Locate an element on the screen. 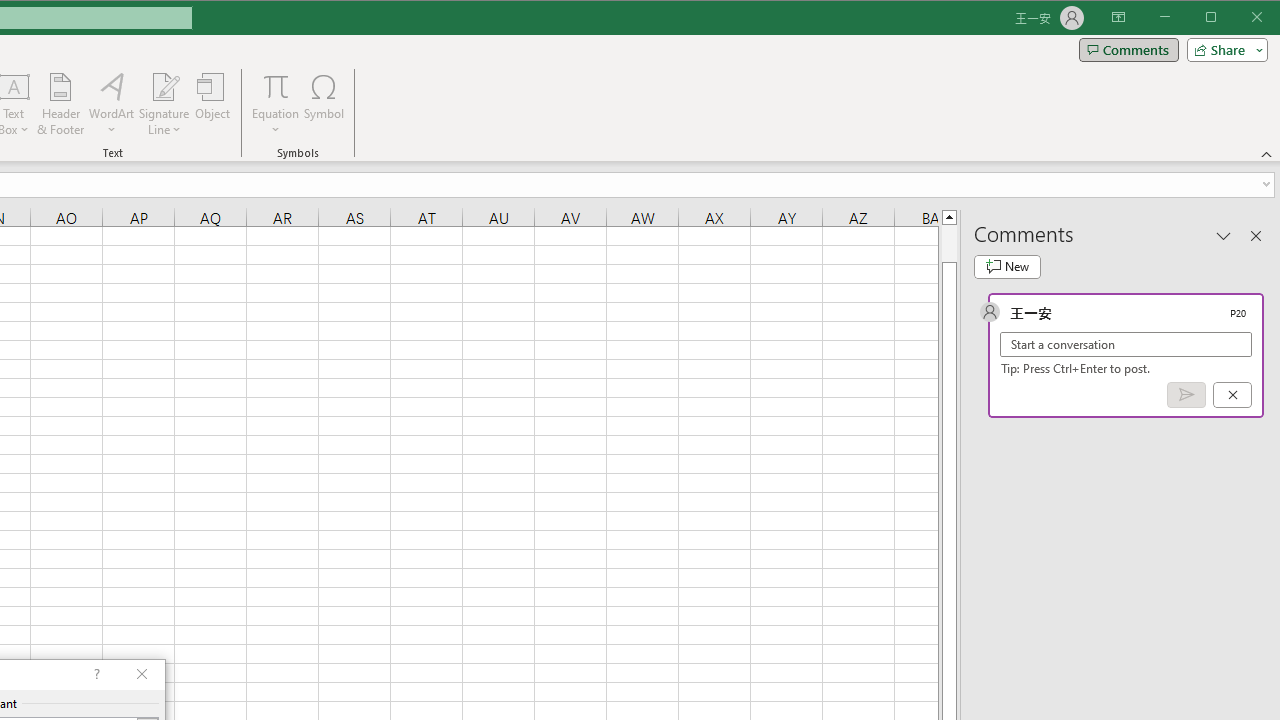 The width and height of the screenshot is (1280, 720). 'Equation' is located at coordinates (274, 104).